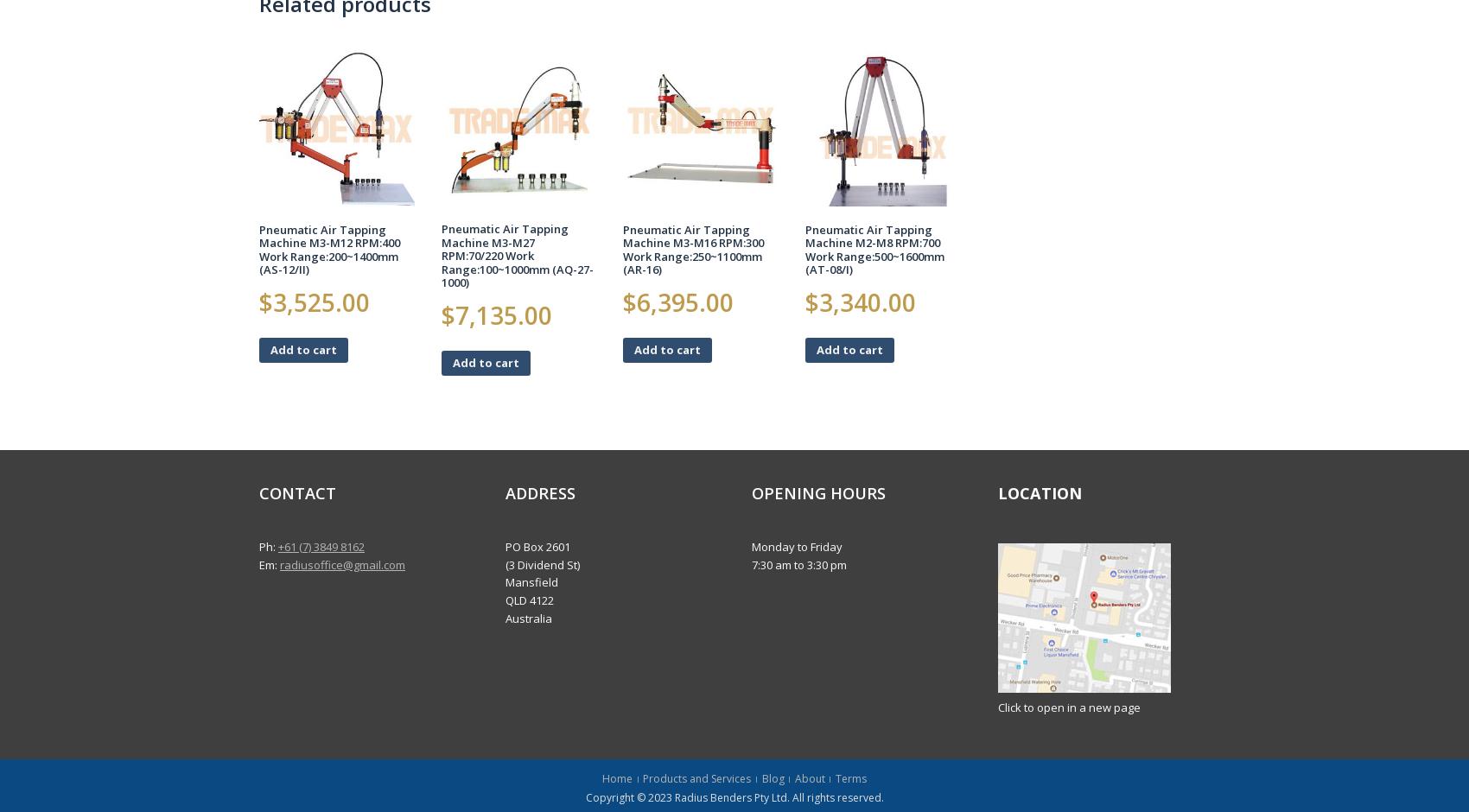 Image resolution: width=1469 pixels, height=812 pixels. I want to click on 'Home', so click(617, 778).